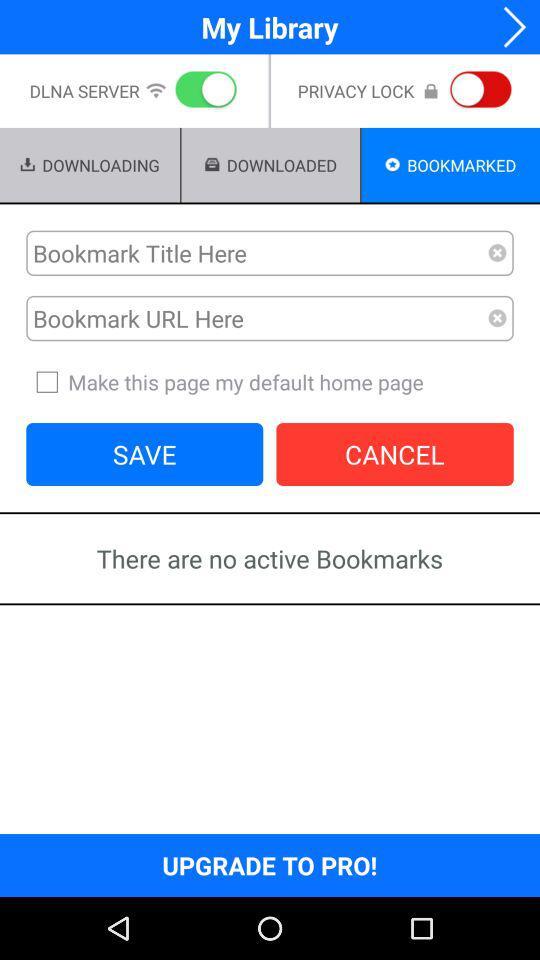 This screenshot has width=540, height=960. Describe the element at coordinates (508, 26) in the screenshot. I see `the app next to my library app` at that location.